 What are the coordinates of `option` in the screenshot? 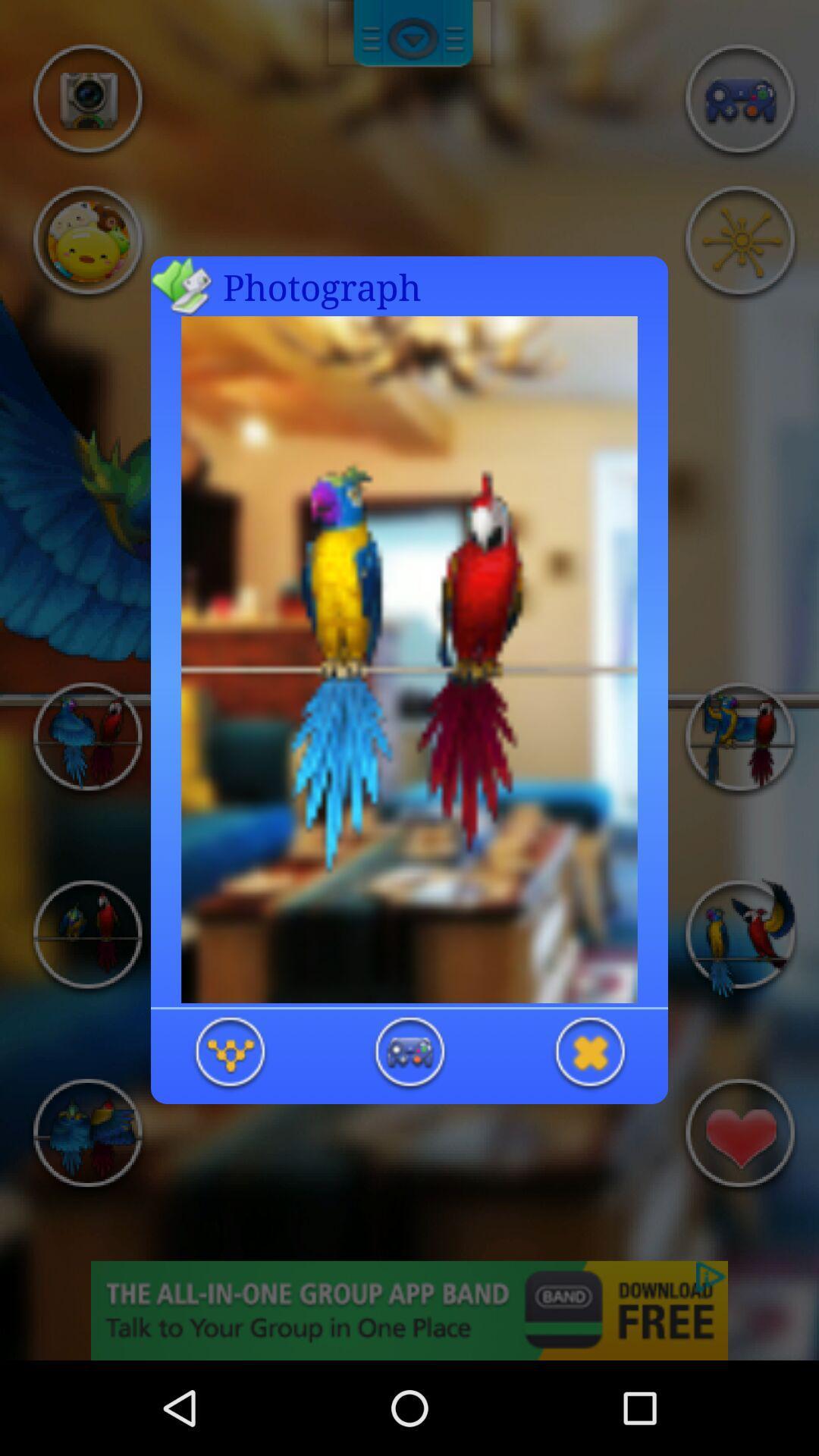 It's located at (408, 1053).